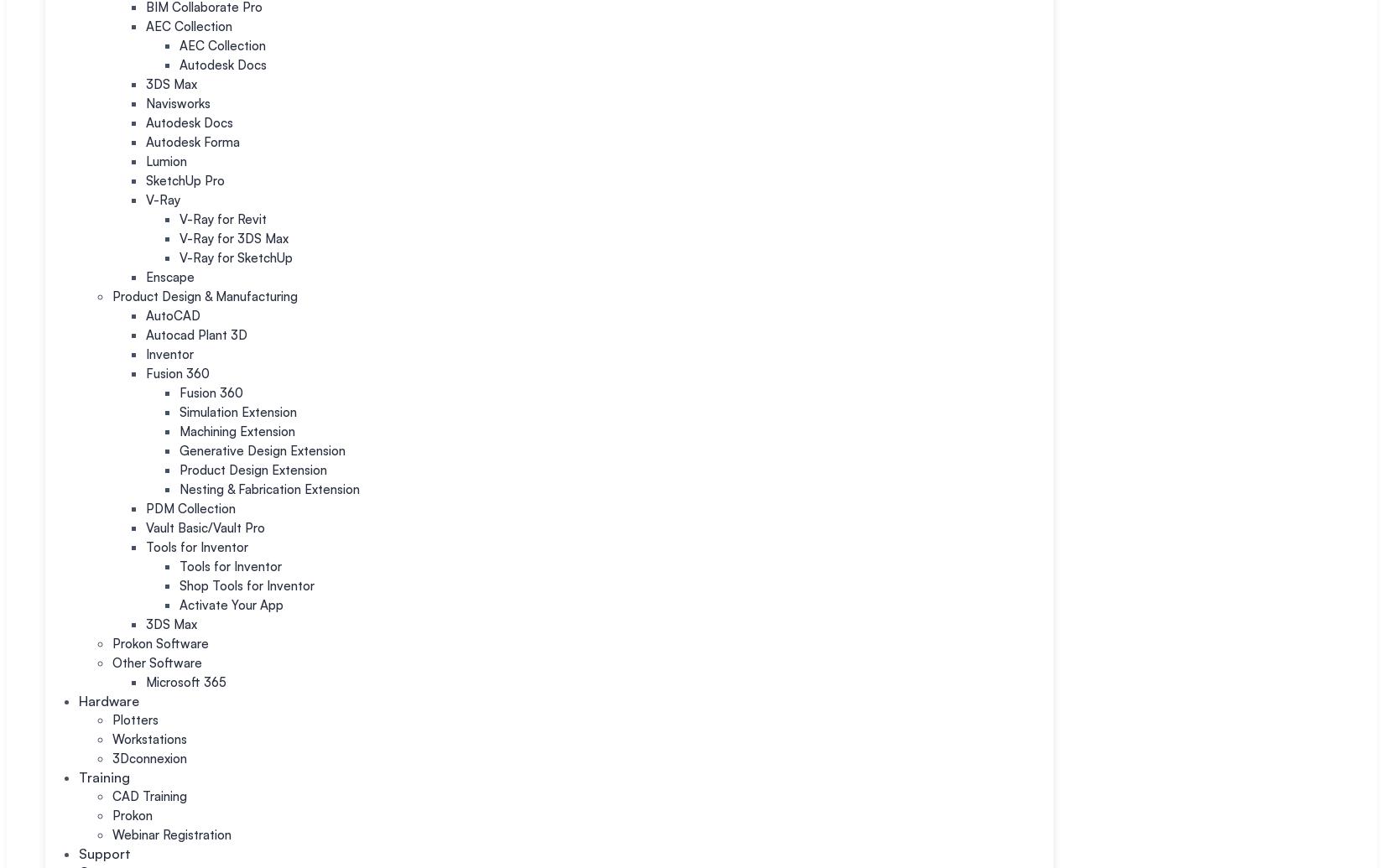 The width and height of the screenshot is (1384, 868). Describe the element at coordinates (112, 662) in the screenshot. I see `'Other Software'` at that location.